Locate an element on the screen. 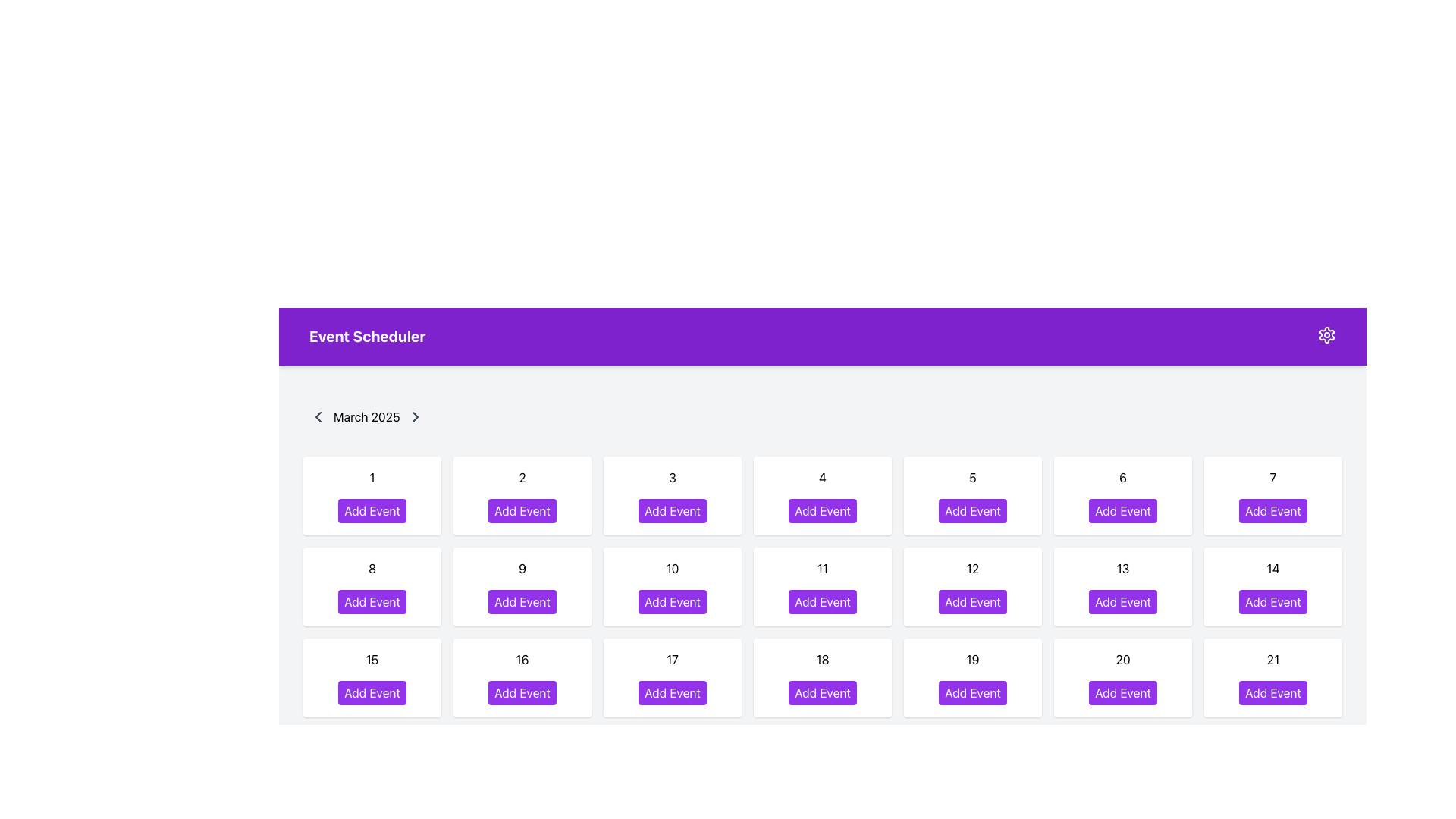 The image size is (1456, 819). the 'Add Event' button is located at coordinates (522, 693).